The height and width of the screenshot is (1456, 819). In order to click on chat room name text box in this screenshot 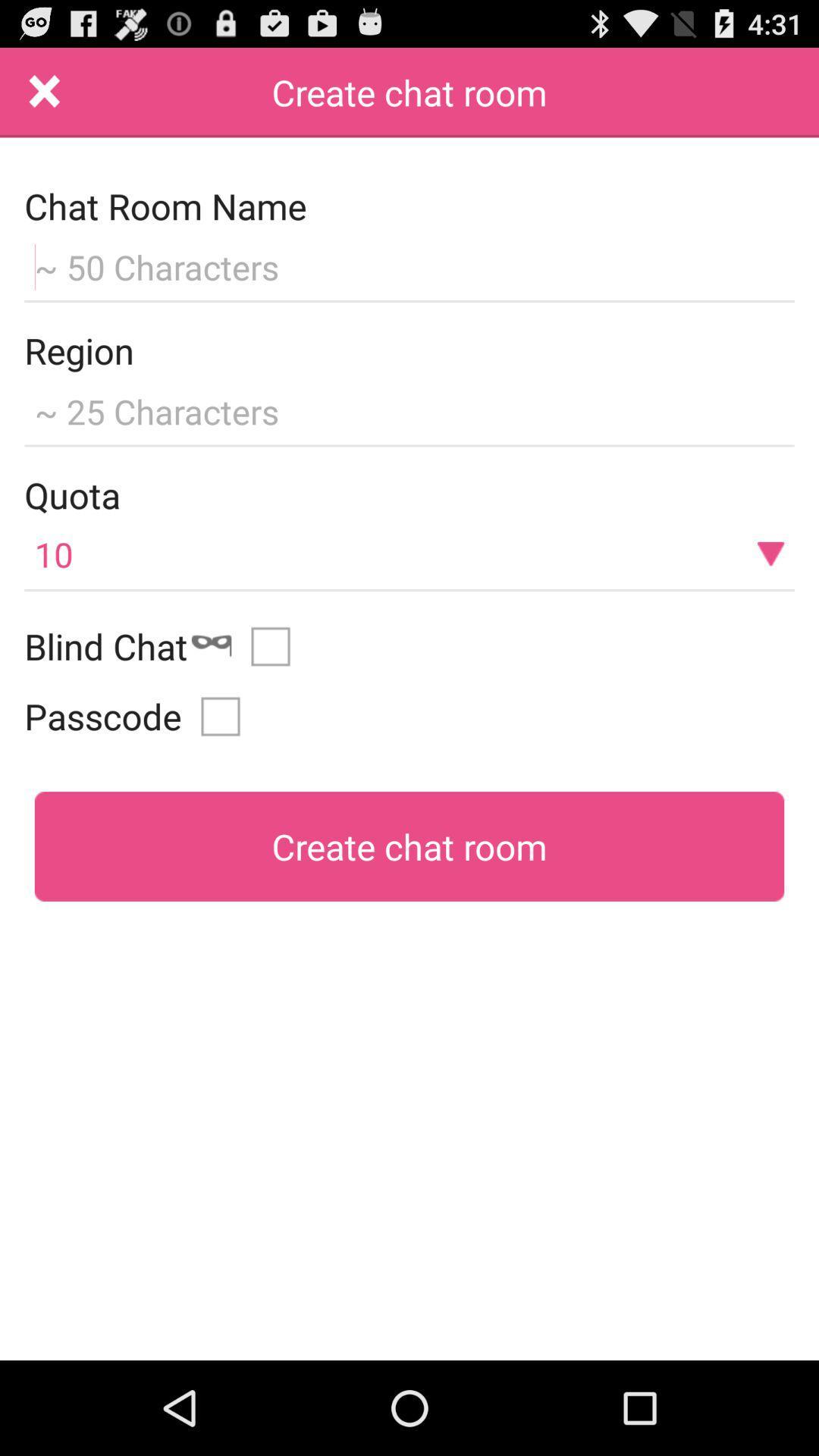, I will do `click(409, 265)`.